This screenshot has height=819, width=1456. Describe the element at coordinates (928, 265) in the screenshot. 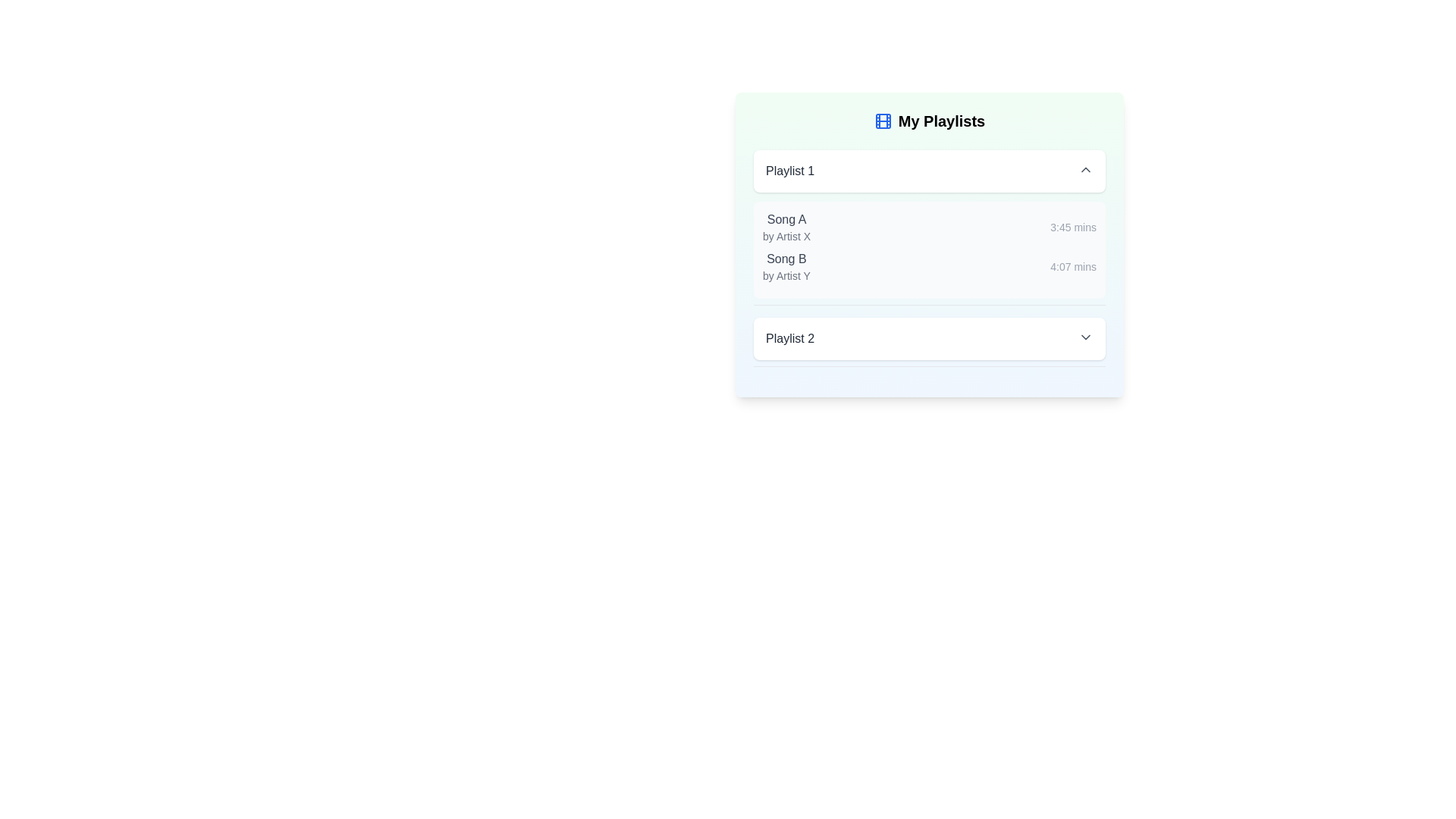

I see `the static content display showing the song information for 'Song B' by 'Artist Y', which is the second entry in 'Playlist 1'` at that location.